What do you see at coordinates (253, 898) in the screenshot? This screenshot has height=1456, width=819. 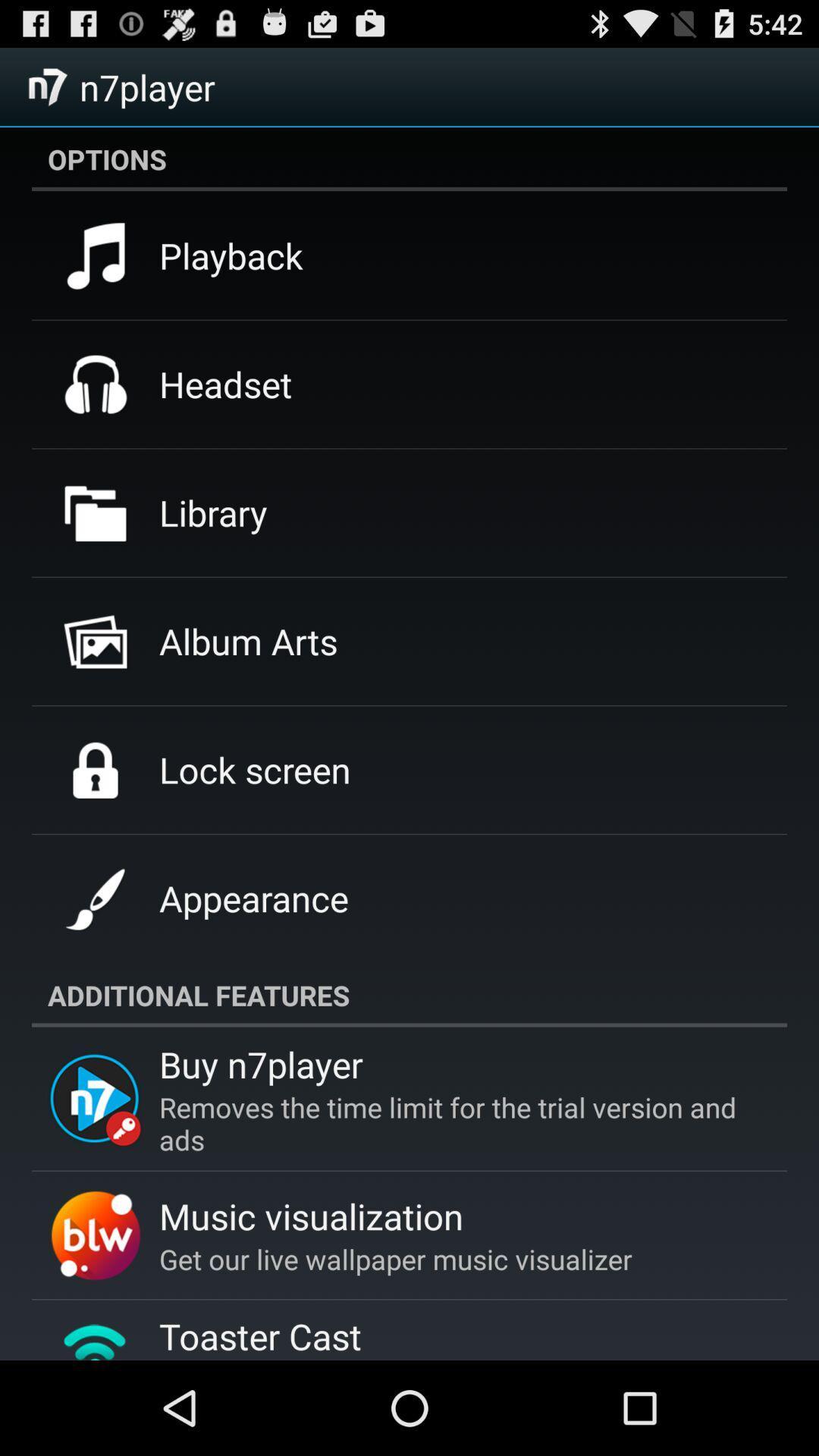 I see `the appearance app` at bounding box center [253, 898].